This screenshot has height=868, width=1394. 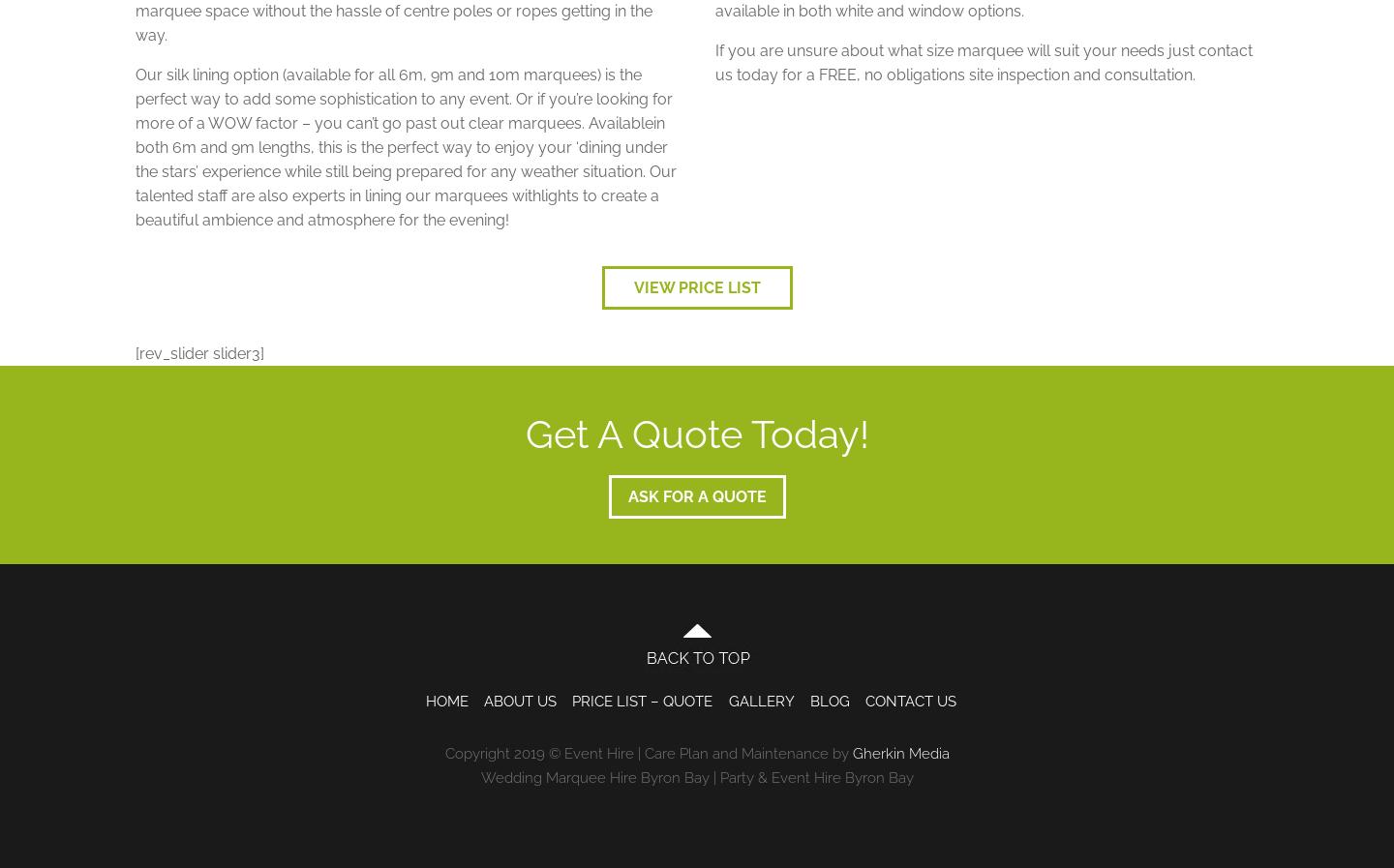 I want to click on 'PRICE LIST – QUOTE', so click(x=642, y=701).